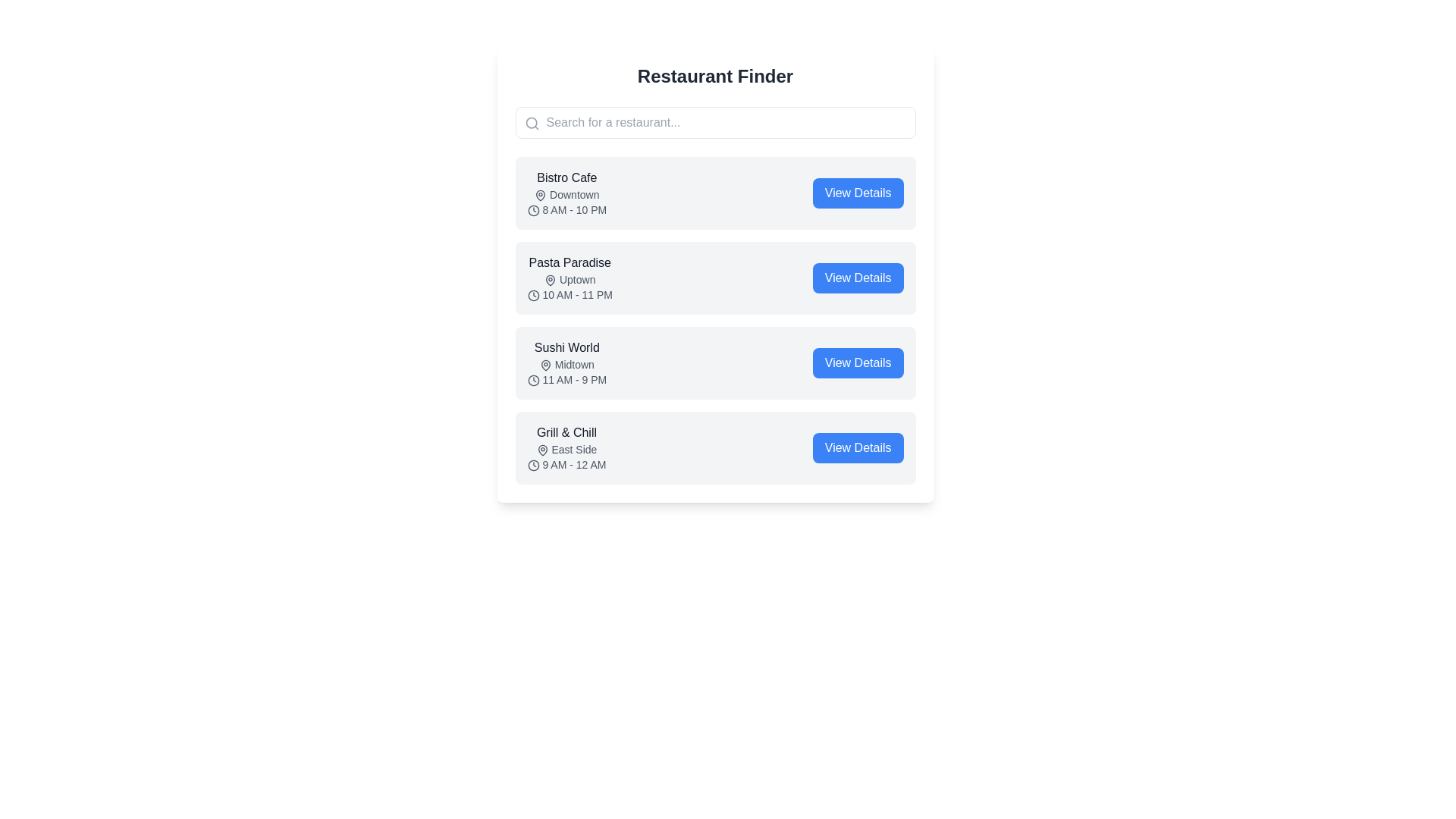  What do you see at coordinates (533, 211) in the screenshot?
I see `the clock icon representing the operating hours of the Bistro Cafe, located to the left of the text '8 AM - 10 PM'` at bounding box center [533, 211].